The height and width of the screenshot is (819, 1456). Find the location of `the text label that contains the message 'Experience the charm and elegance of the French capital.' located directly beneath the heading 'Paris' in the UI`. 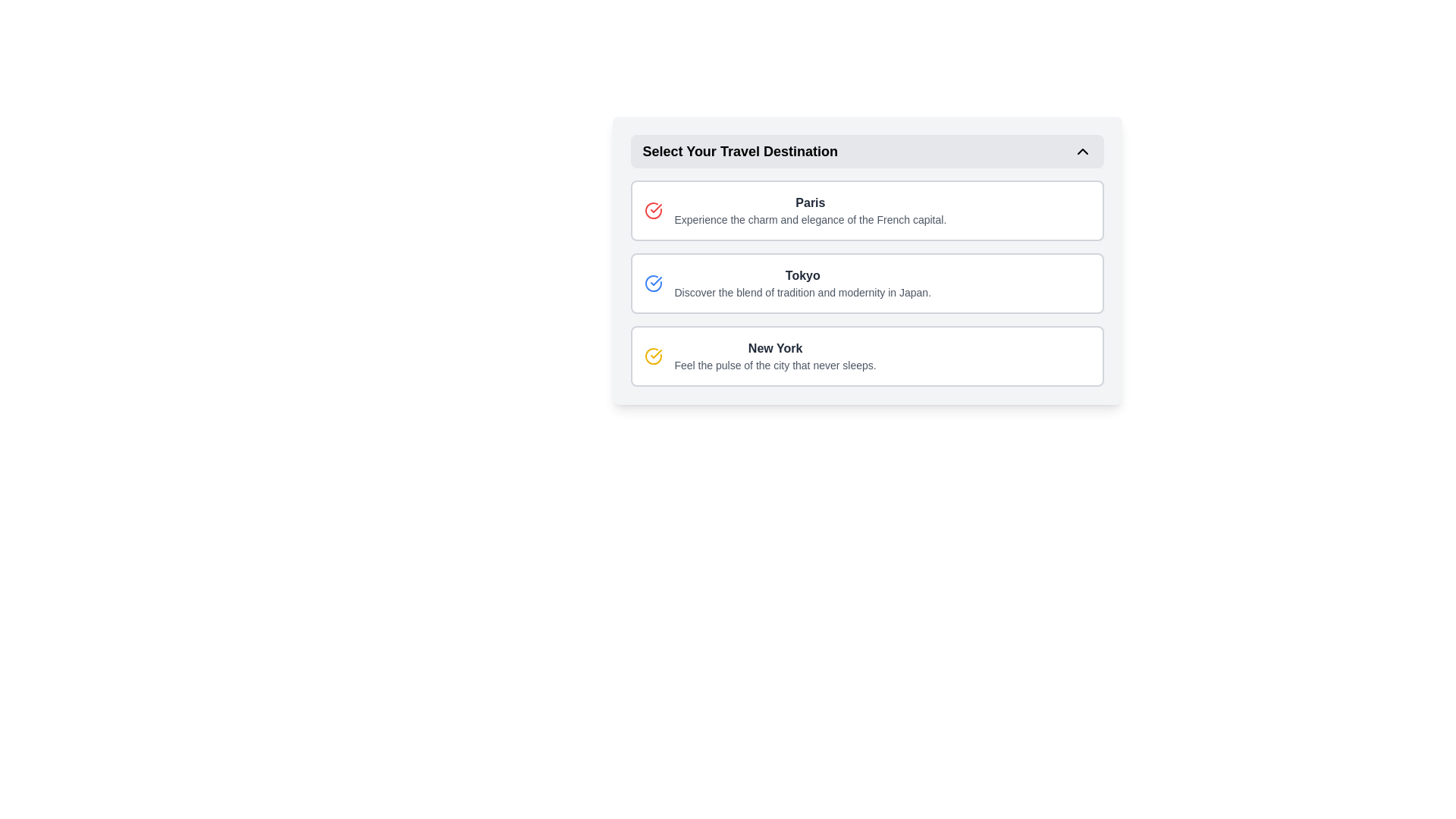

the text label that contains the message 'Experience the charm and elegance of the French capital.' located directly beneath the heading 'Paris' in the UI is located at coordinates (809, 219).